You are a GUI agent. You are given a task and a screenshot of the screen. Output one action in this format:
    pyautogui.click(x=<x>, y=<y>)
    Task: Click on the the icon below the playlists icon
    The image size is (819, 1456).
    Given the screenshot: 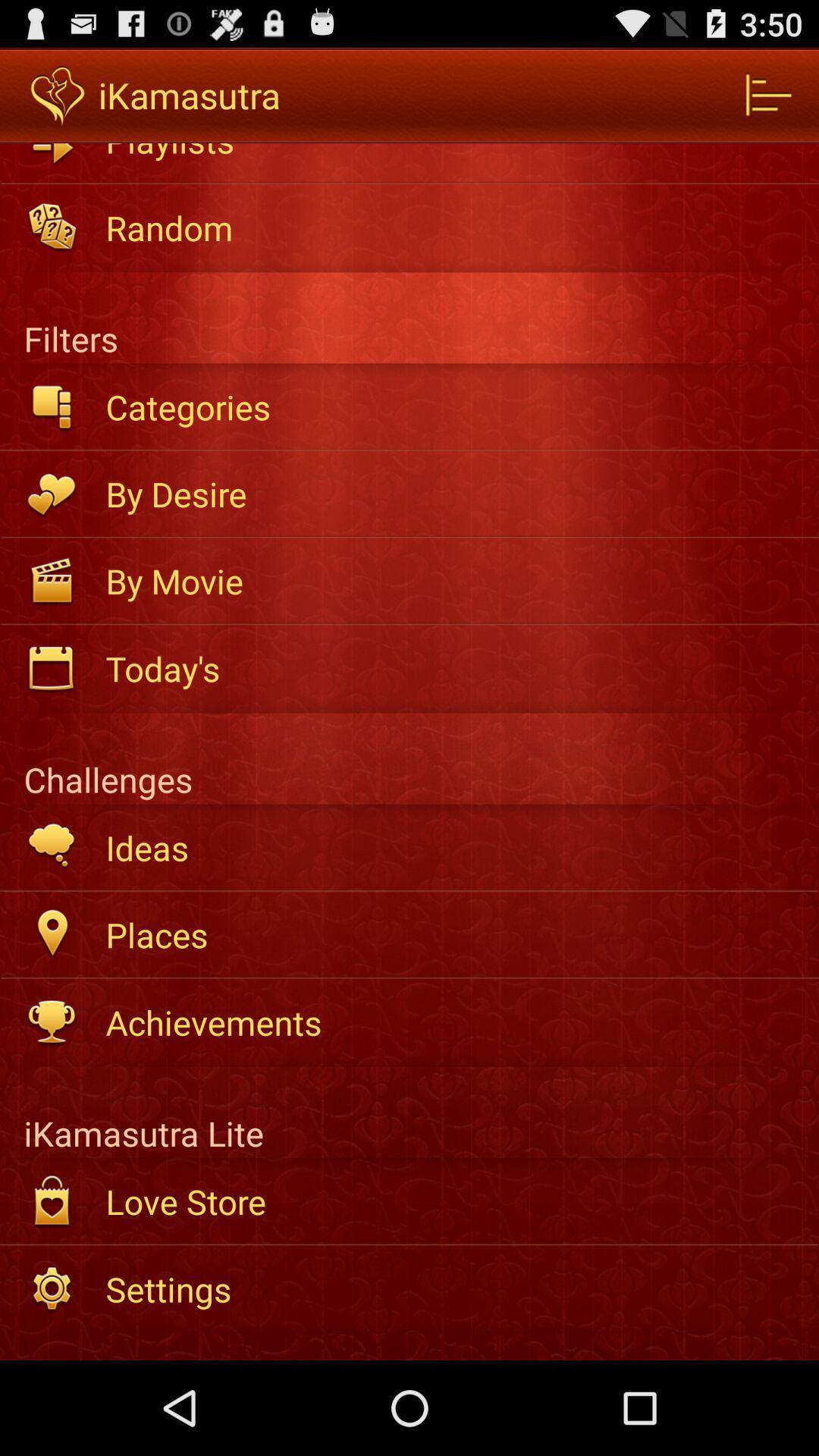 What is the action you would take?
    pyautogui.click(x=451, y=227)
    